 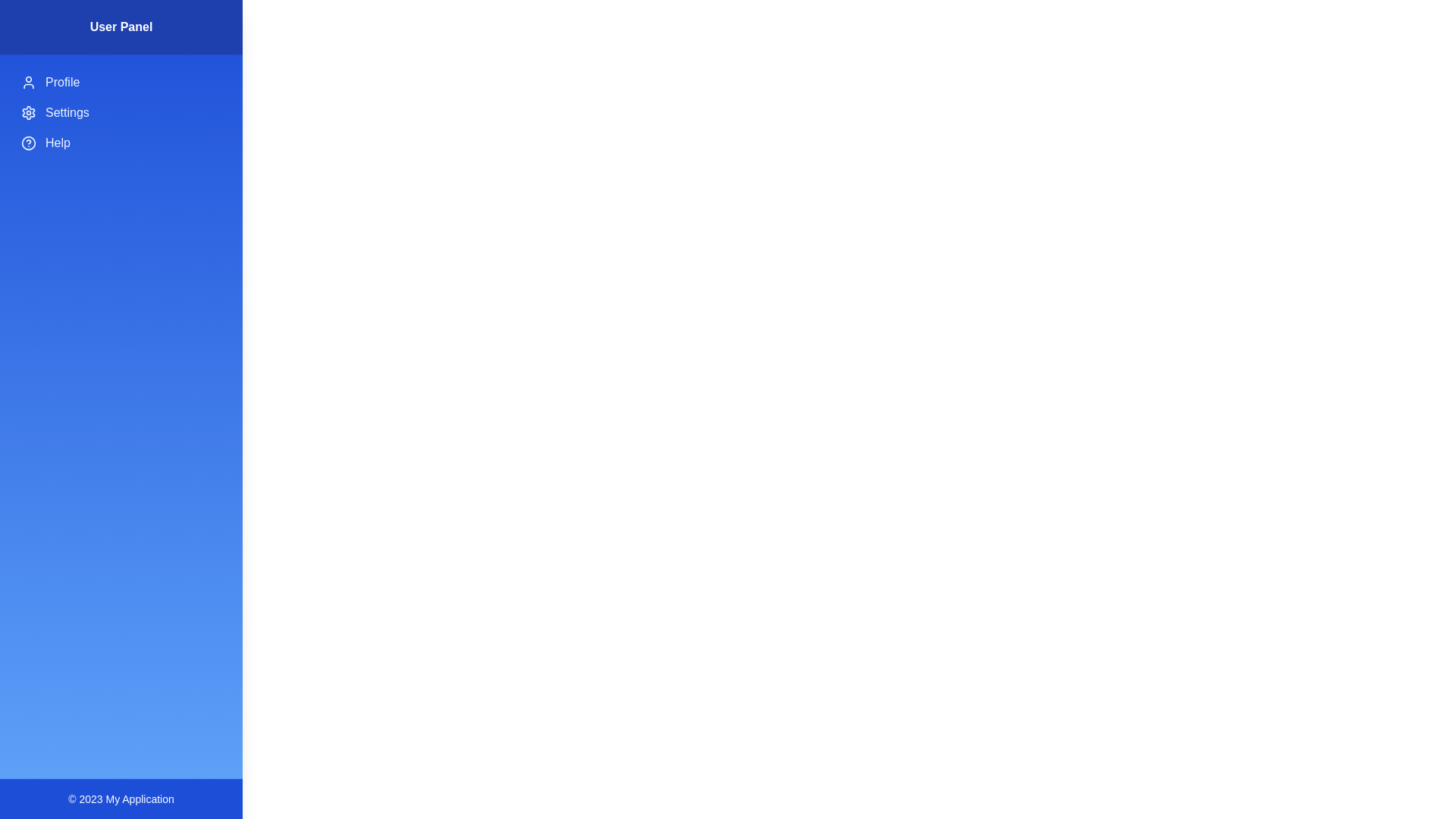 What do you see at coordinates (29, 29) in the screenshot?
I see `the toggle button to toggle the drawer open or closed` at bounding box center [29, 29].